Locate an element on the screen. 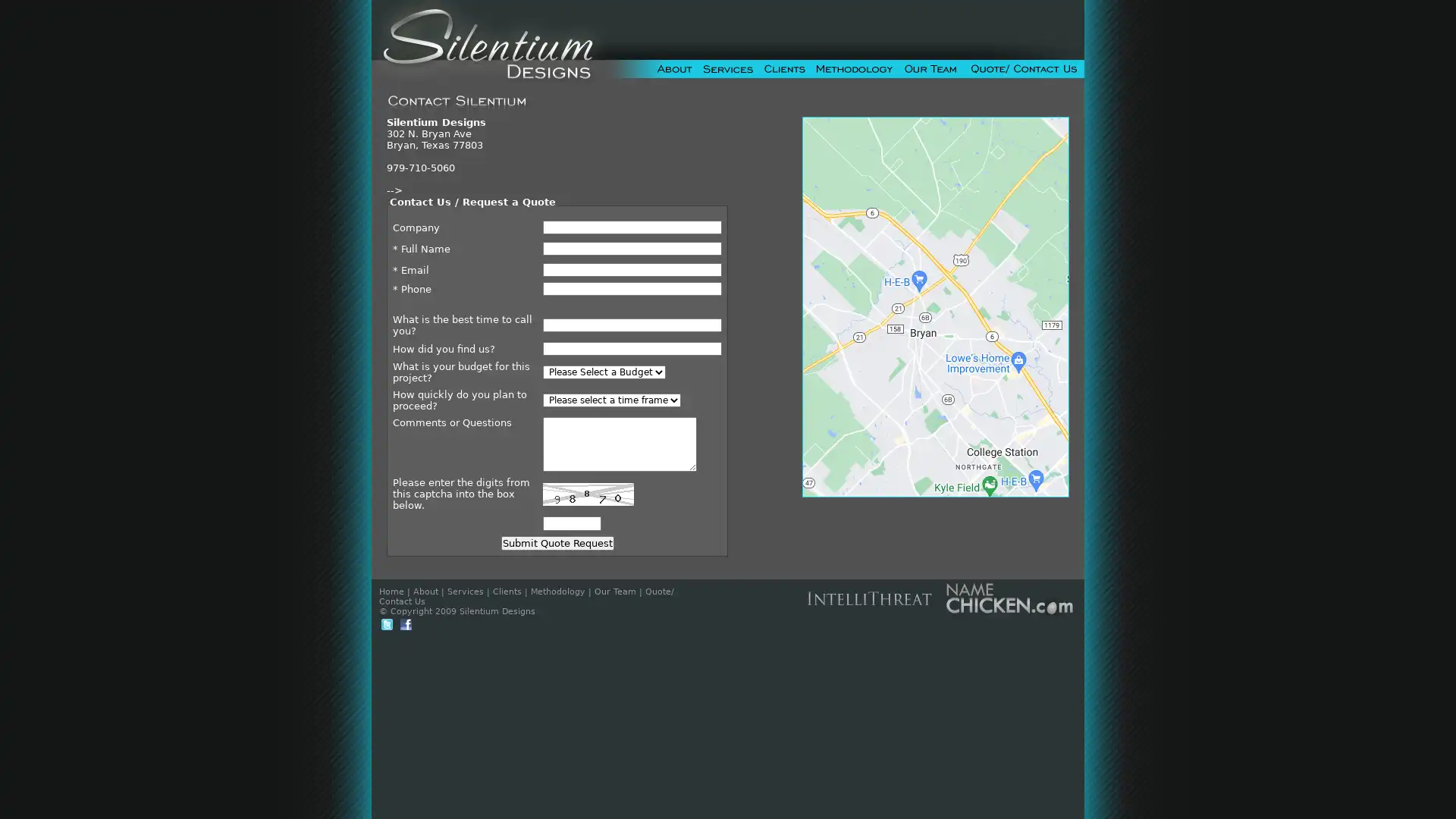 Image resolution: width=1456 pixels, height=819 pixels. Submit Quote Request is located at coordinates (556, 542).